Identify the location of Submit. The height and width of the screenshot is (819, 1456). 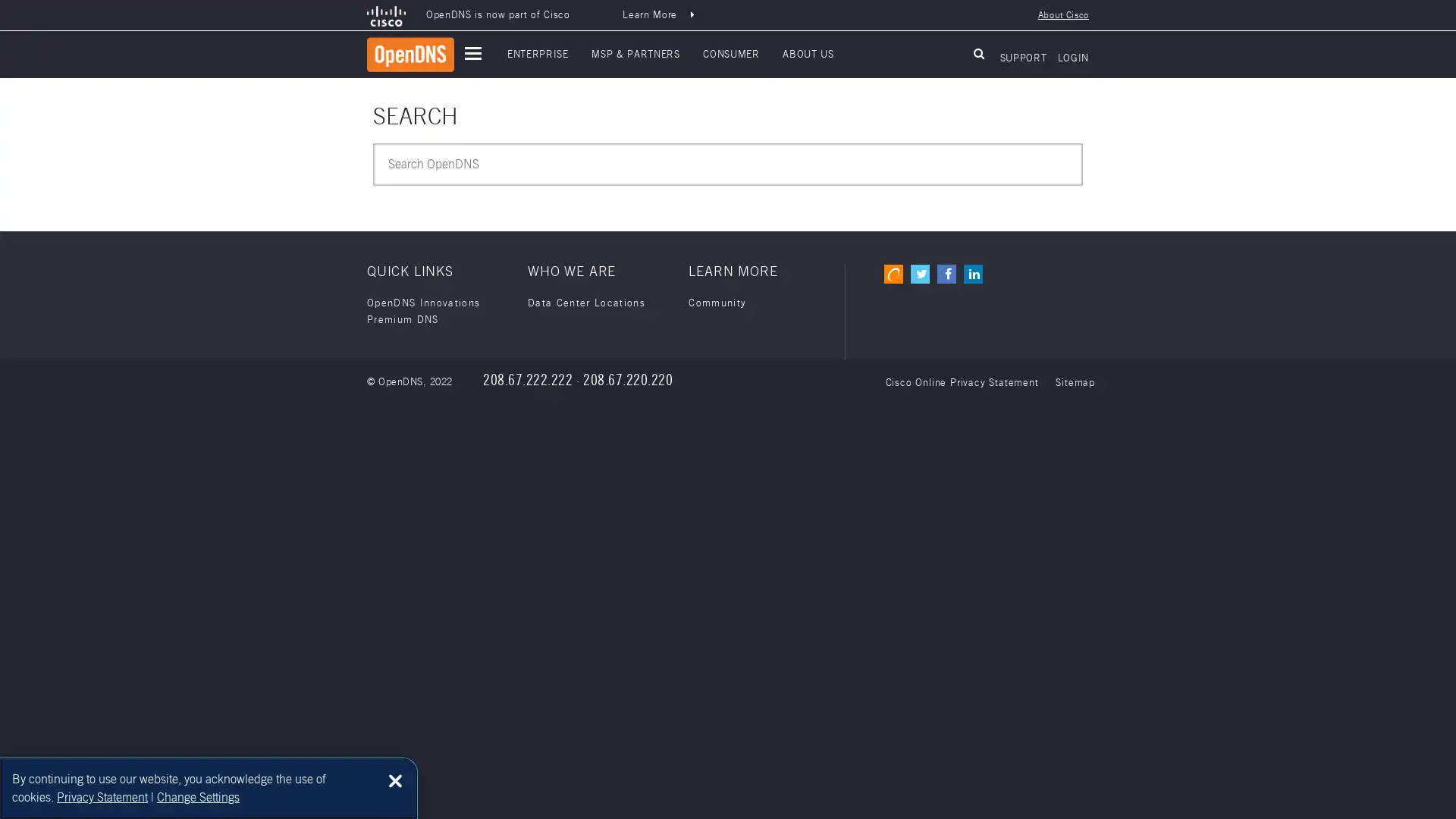
(1073, 146).